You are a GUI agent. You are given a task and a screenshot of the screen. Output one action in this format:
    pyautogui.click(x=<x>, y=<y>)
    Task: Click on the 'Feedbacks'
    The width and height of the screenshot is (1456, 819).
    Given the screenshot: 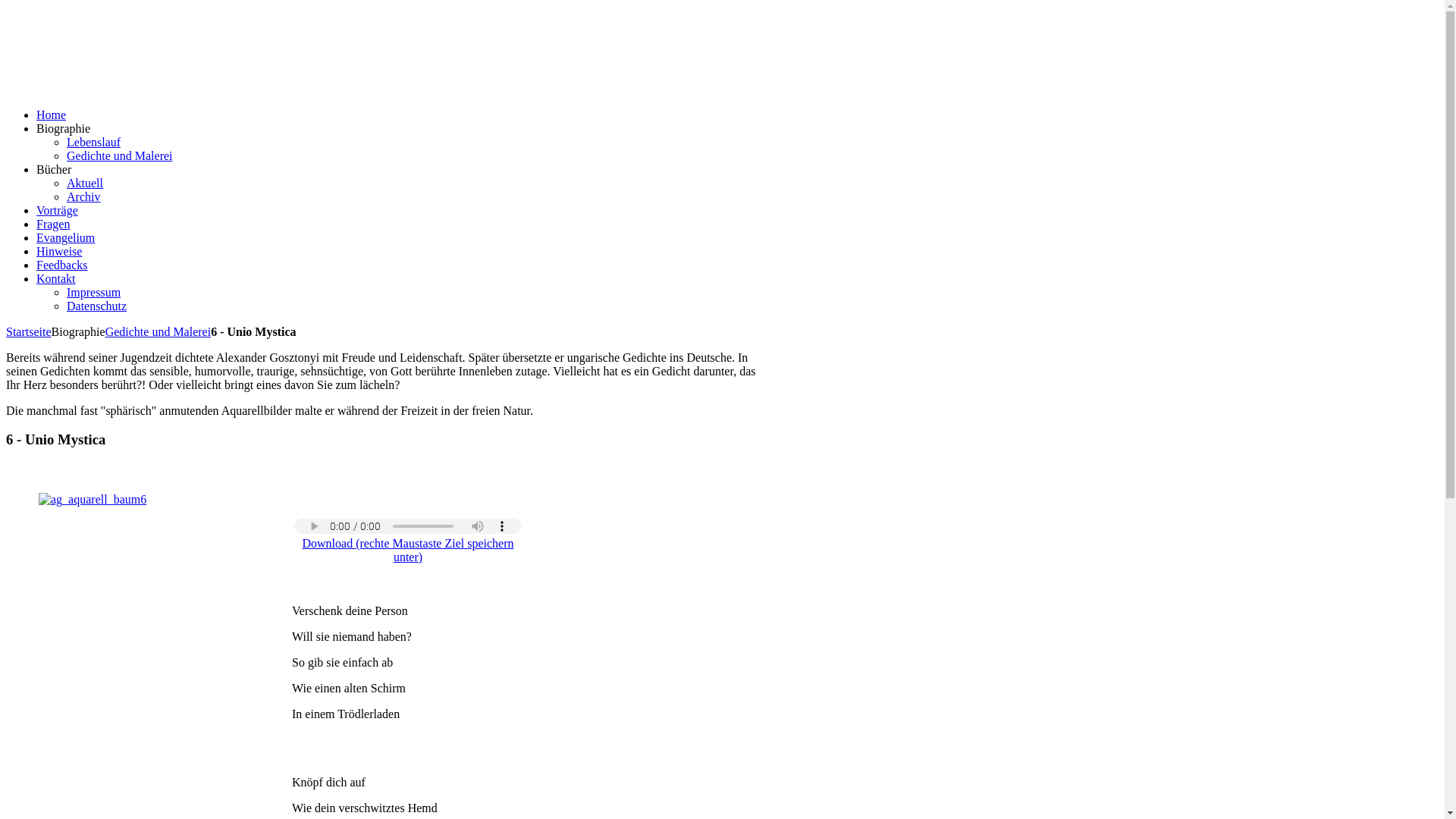 What is the action you would take?
    pyautogui.click(x=61, y=264)
    